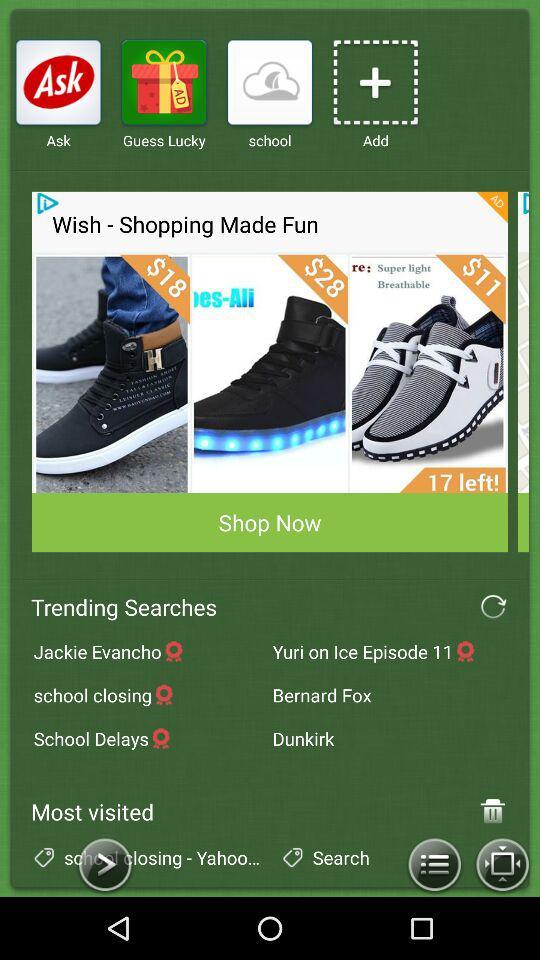  What do you see at coordinates (492, 867) in the screenshot?
I see `the delete icon` at bounding box center [492, 867].